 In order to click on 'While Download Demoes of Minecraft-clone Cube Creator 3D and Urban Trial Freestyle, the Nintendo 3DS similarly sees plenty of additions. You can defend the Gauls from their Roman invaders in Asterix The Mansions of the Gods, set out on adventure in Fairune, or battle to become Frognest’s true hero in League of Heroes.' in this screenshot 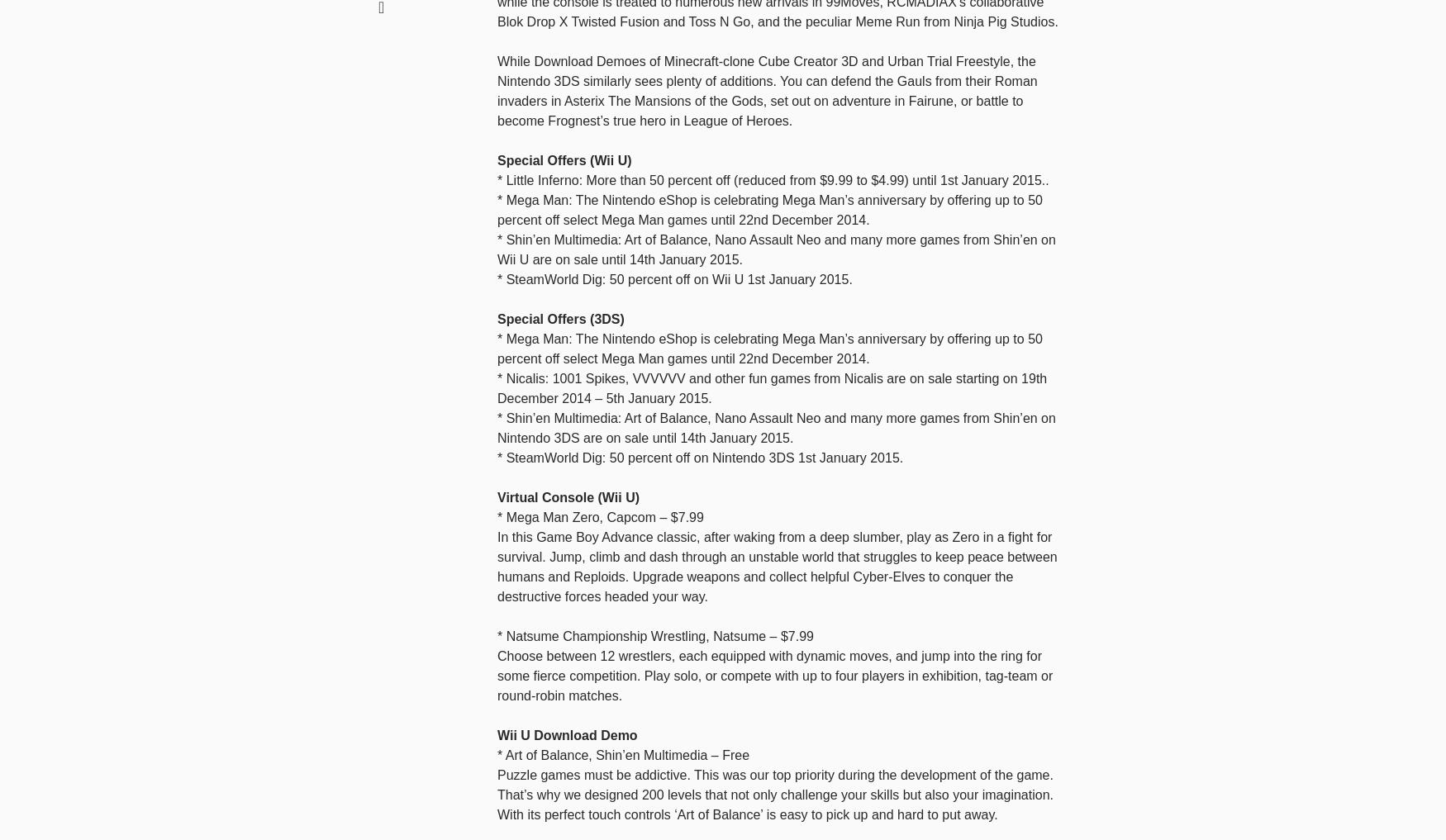, I will do `click(766, 90)`.